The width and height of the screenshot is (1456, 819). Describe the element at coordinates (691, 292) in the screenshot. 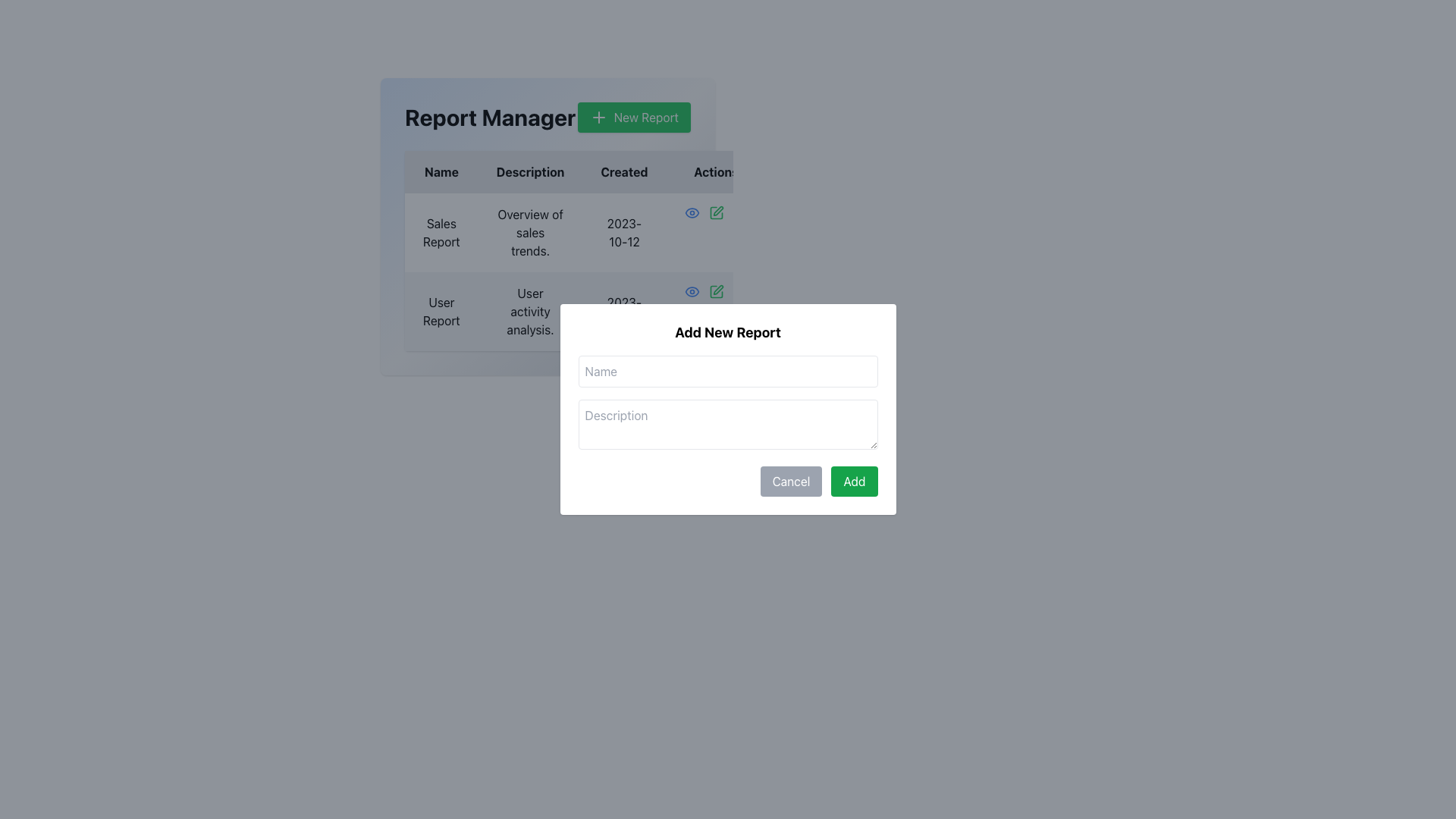

I see `the outer boundary of the eye icon in the 'Action' column of the 'Report Manager' table` at that location.